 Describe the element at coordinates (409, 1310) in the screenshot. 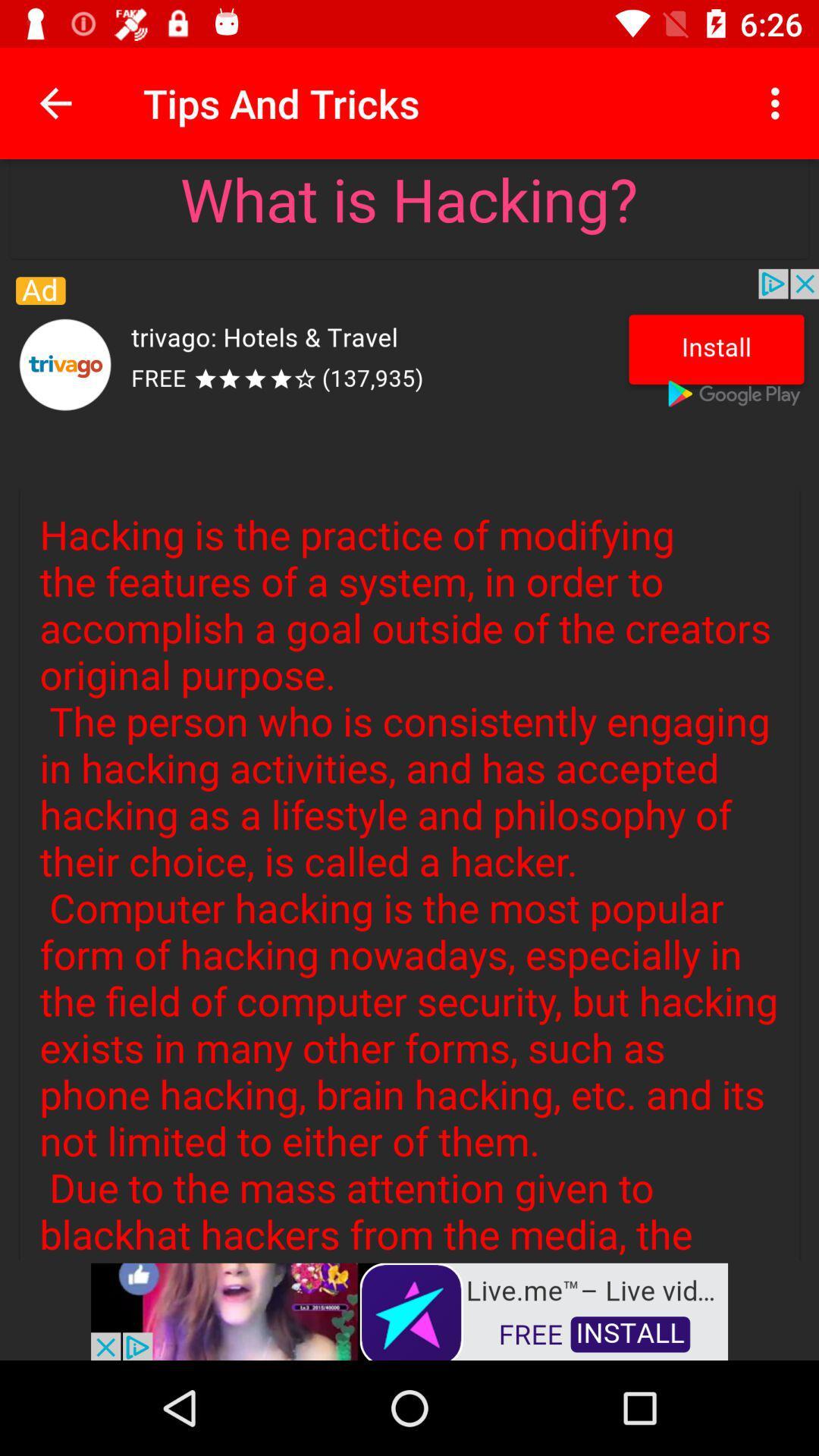

I see `click on advertisements` at that location.